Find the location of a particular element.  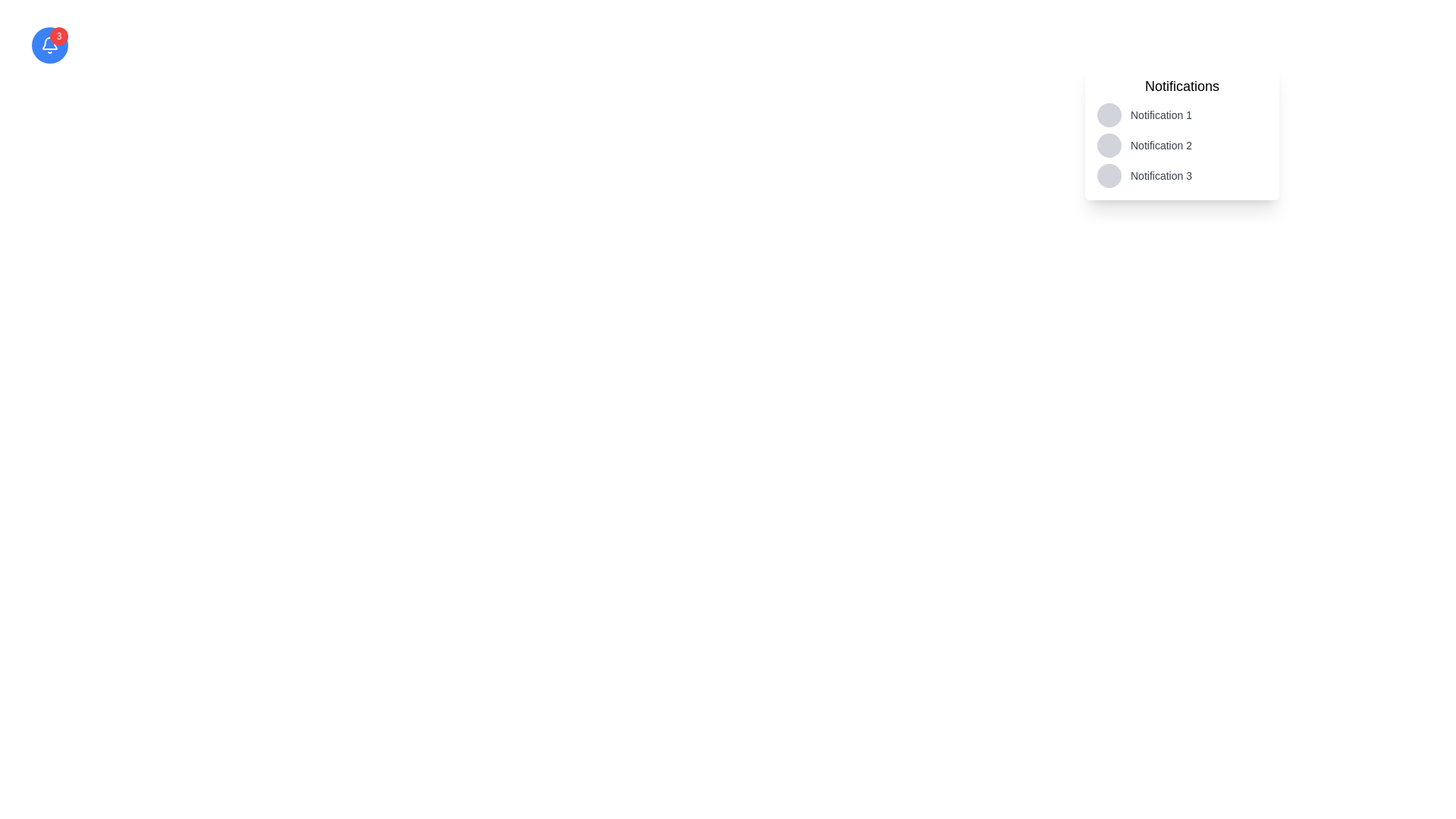

the second notification item labeled 'Notification 2' in the Notifications panel to focus or select it is located at coordinates (1181, 146).